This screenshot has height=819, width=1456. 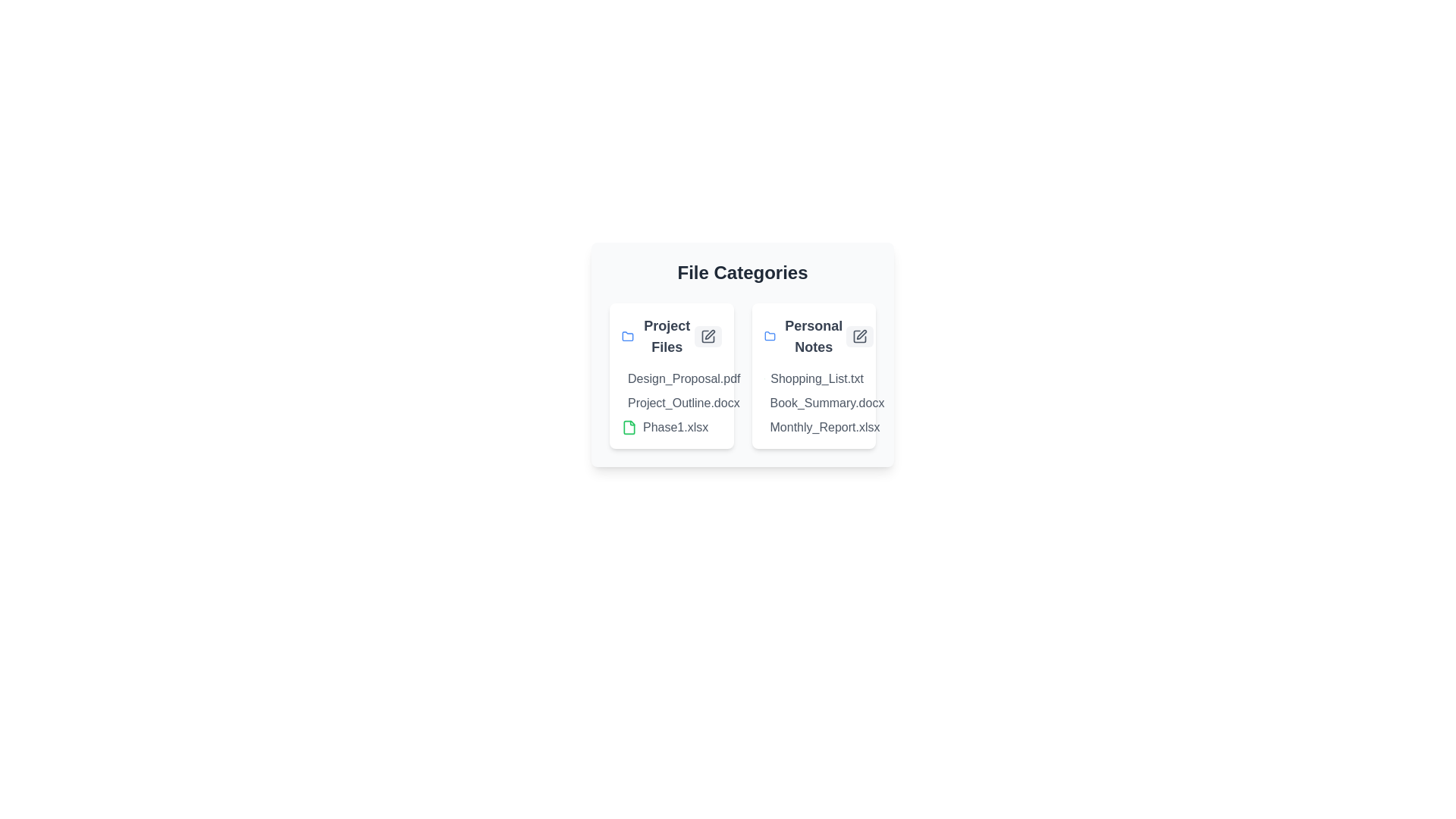 What do you see at coordinates (813, 335) in the screenshot?
I see `the category Personal Notes for accessibility interaction` at bounding box center [813, 335].